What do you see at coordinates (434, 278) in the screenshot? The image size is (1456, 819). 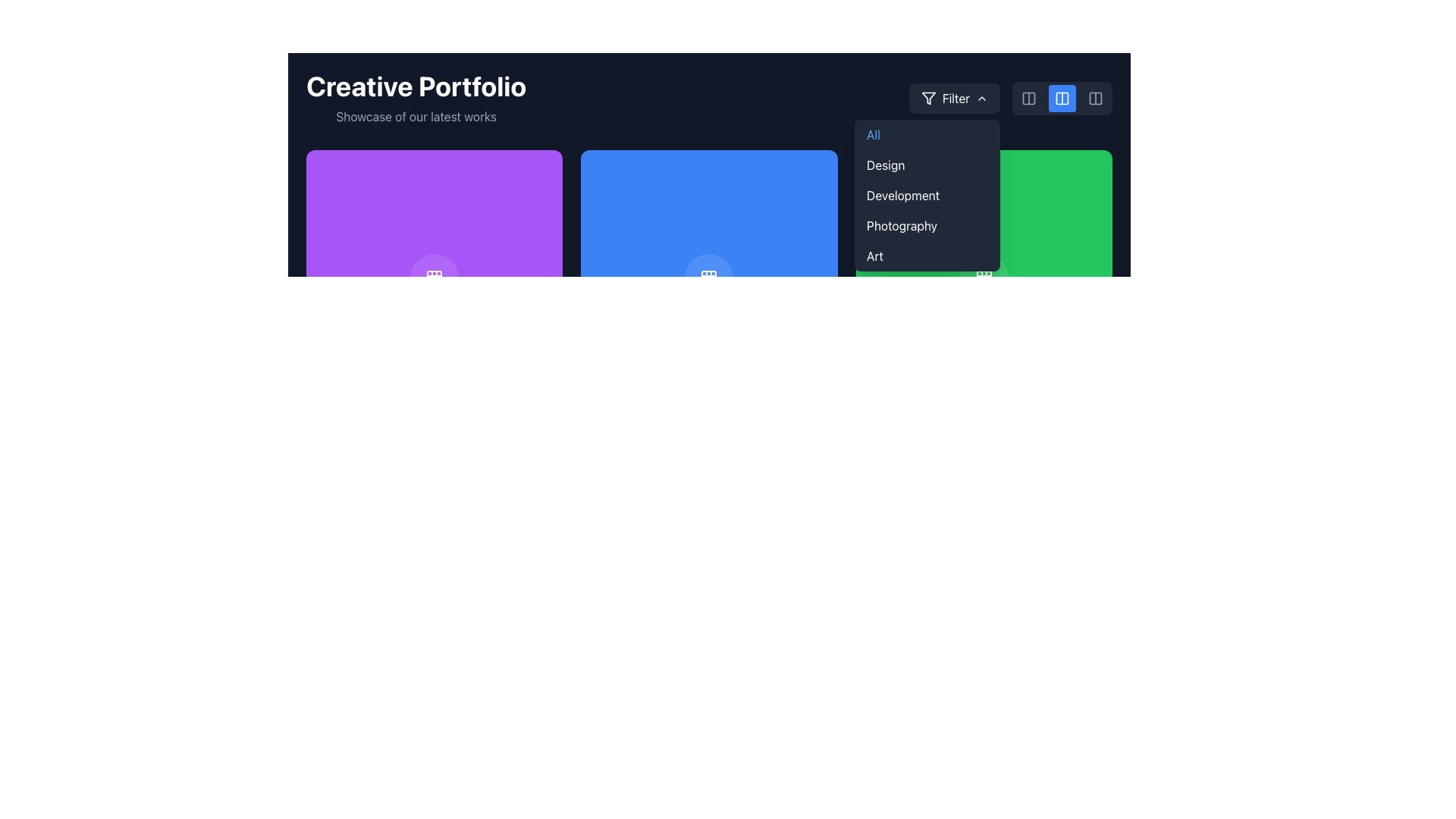 I see `the top-left grid cell of the icon component that symbolizes a grid or matrix layout` at bounding box center [434, 278].